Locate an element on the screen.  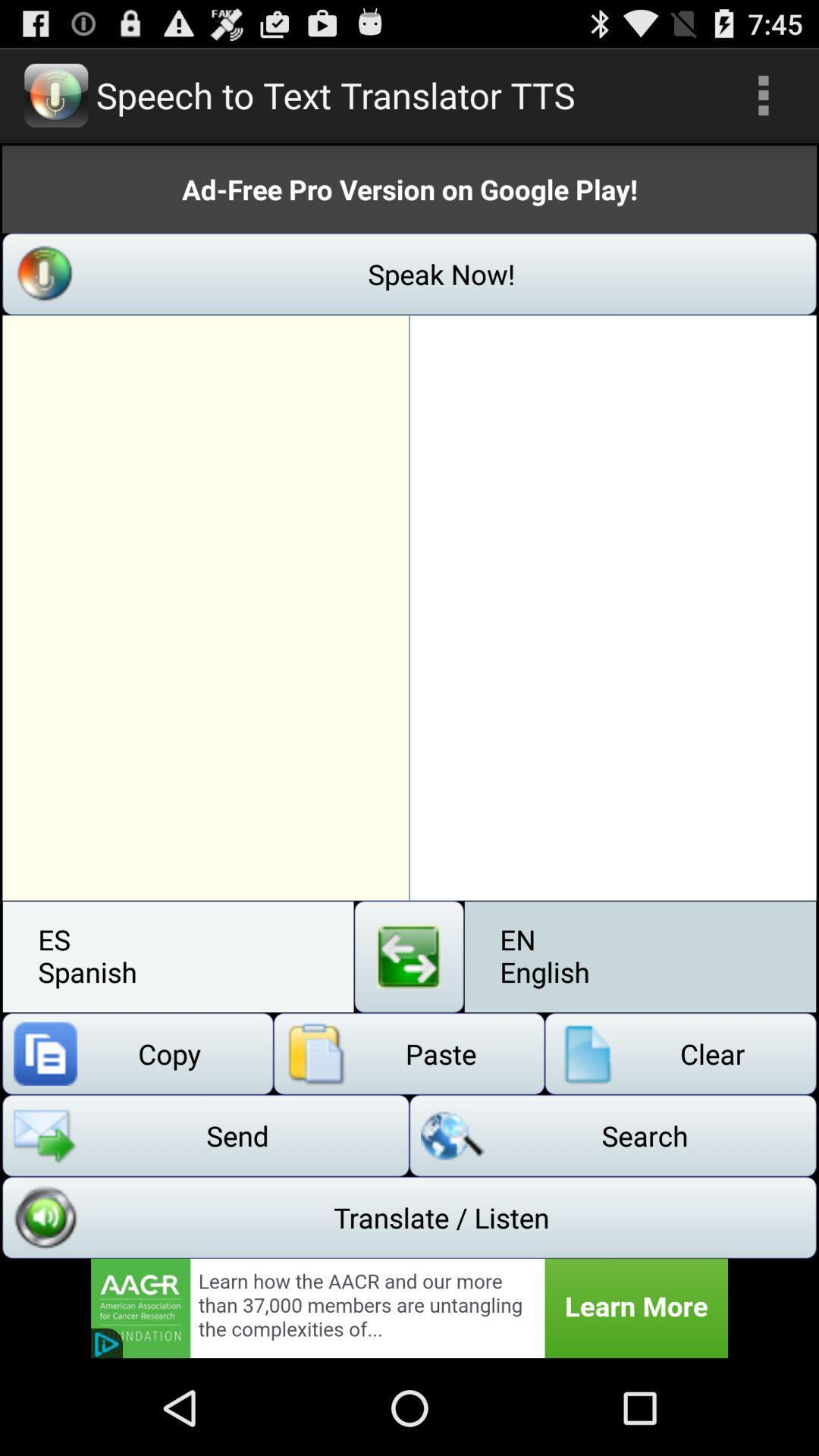
view advertizement is located at coordinates (409, 1307).